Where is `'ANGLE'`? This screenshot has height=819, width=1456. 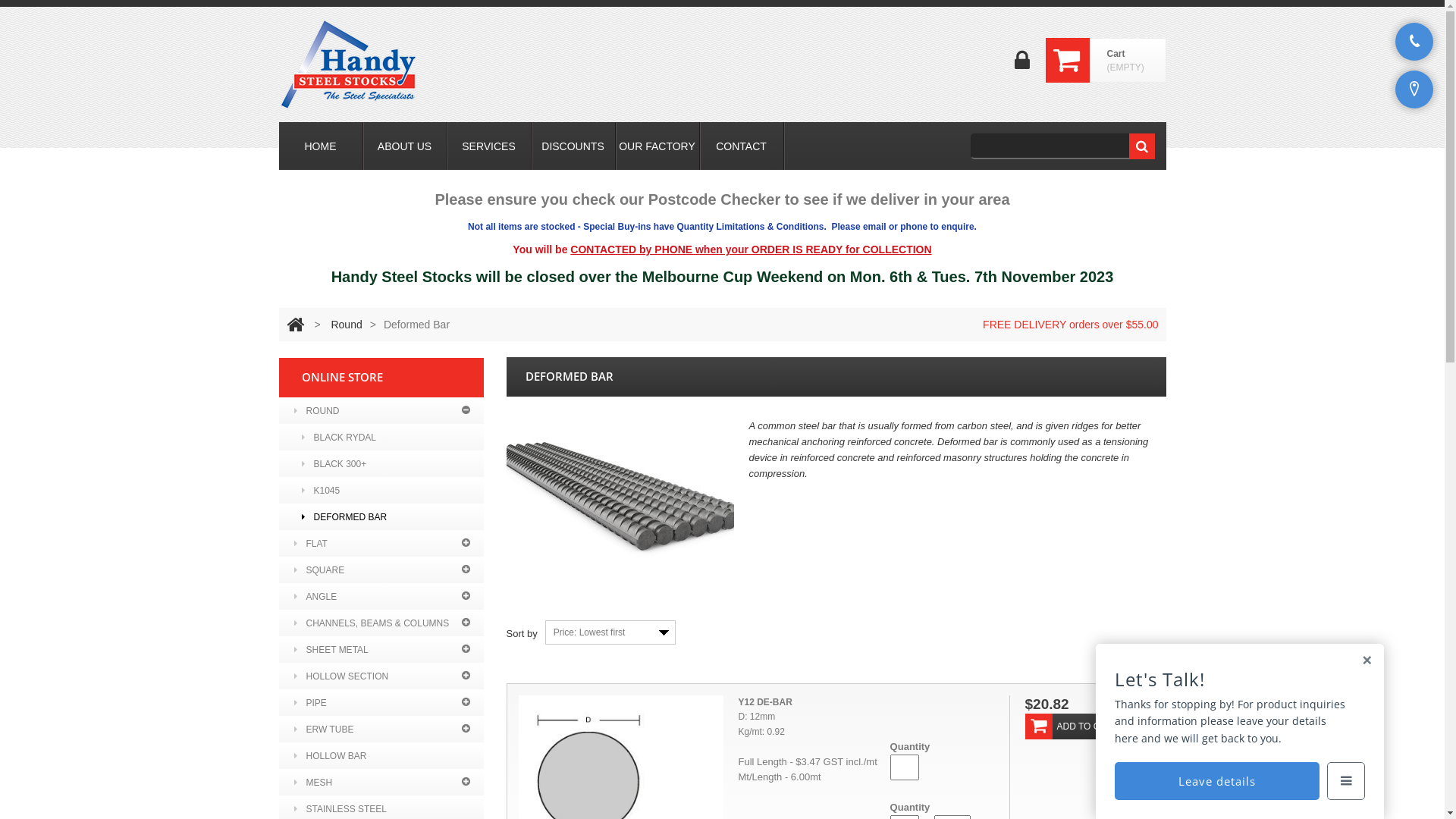 'ANGLE' is located at coordinates (381, 595).